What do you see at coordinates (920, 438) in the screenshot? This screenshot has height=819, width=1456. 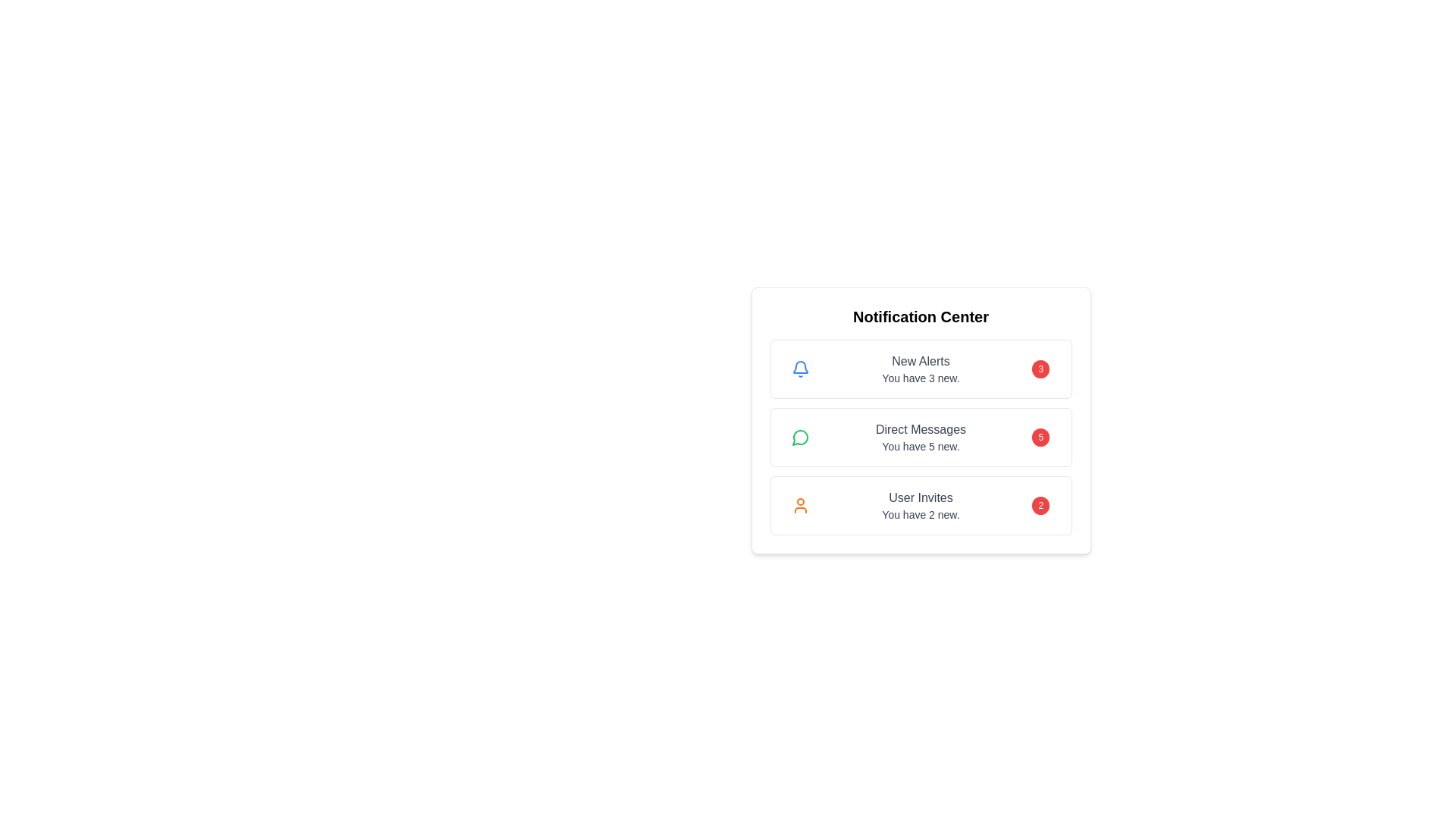 I see `the notification count in the vertical list of the Notification Center to trigger a tooltip` at bounding box center [920, 438].